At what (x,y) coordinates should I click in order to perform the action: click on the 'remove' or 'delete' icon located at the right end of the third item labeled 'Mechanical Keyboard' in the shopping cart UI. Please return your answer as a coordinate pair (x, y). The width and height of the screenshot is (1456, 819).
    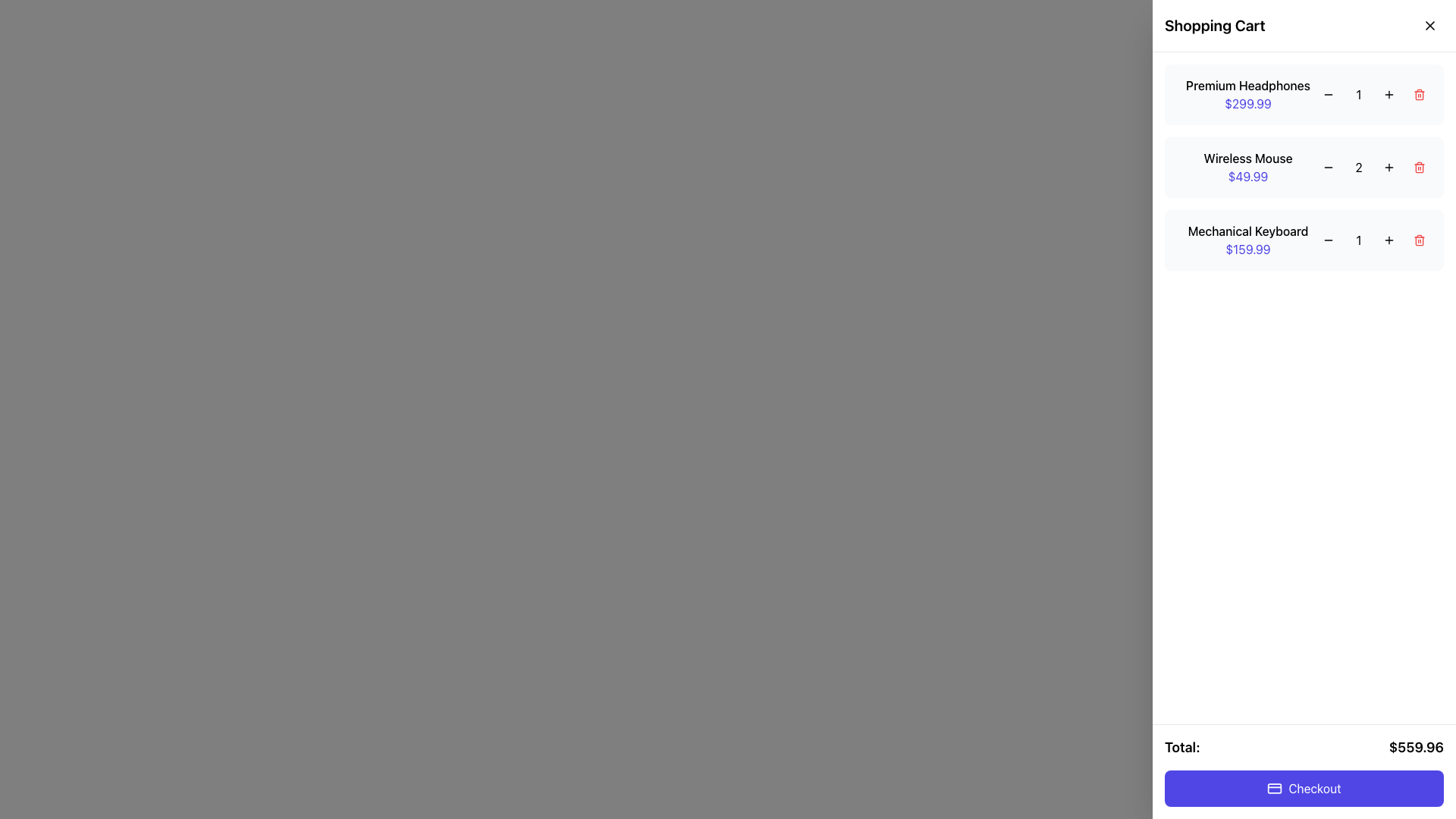
    Looking at the image, I should click on (1419, 239).